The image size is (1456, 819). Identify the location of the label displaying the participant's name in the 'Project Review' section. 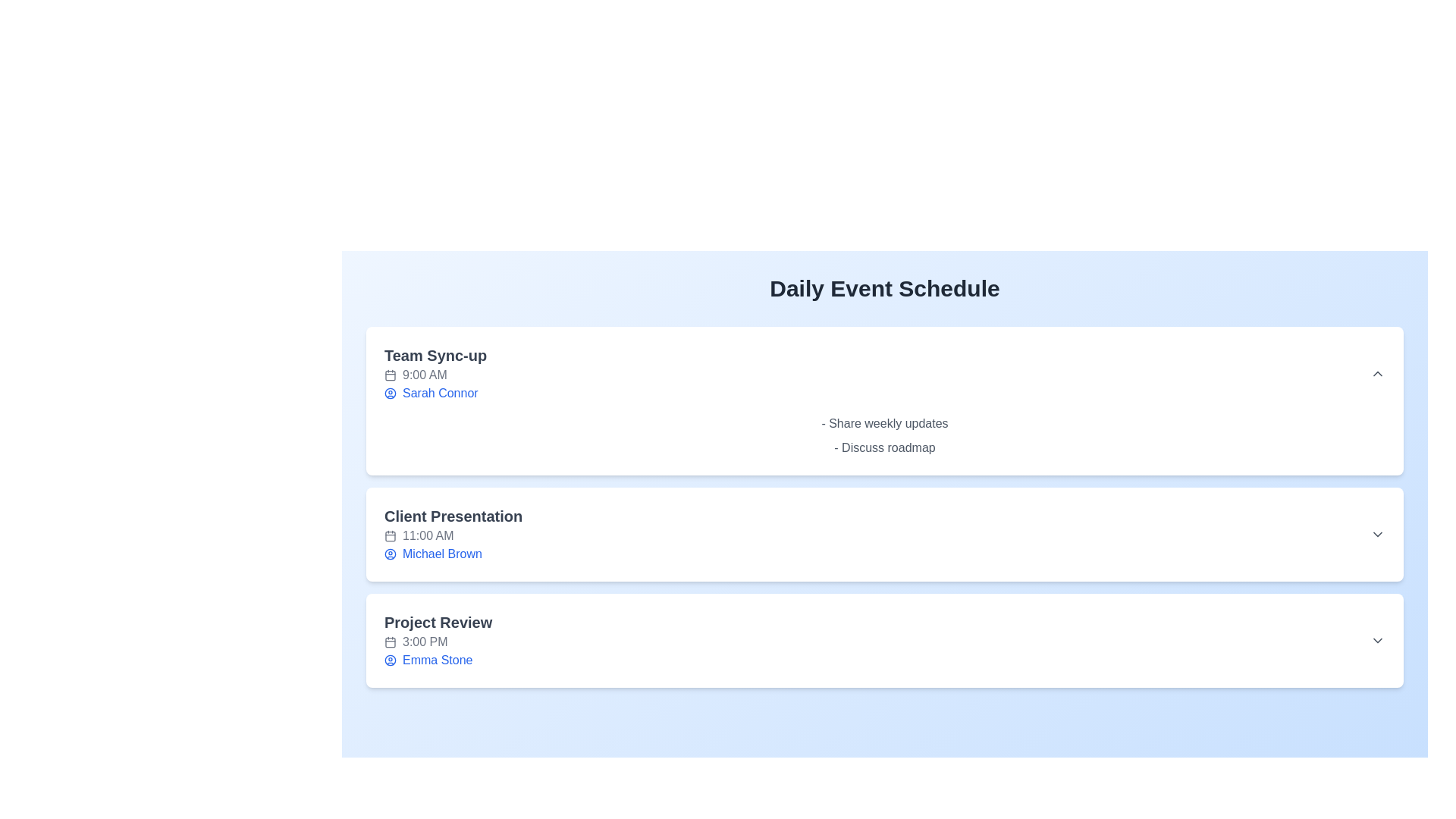
(437, 660).